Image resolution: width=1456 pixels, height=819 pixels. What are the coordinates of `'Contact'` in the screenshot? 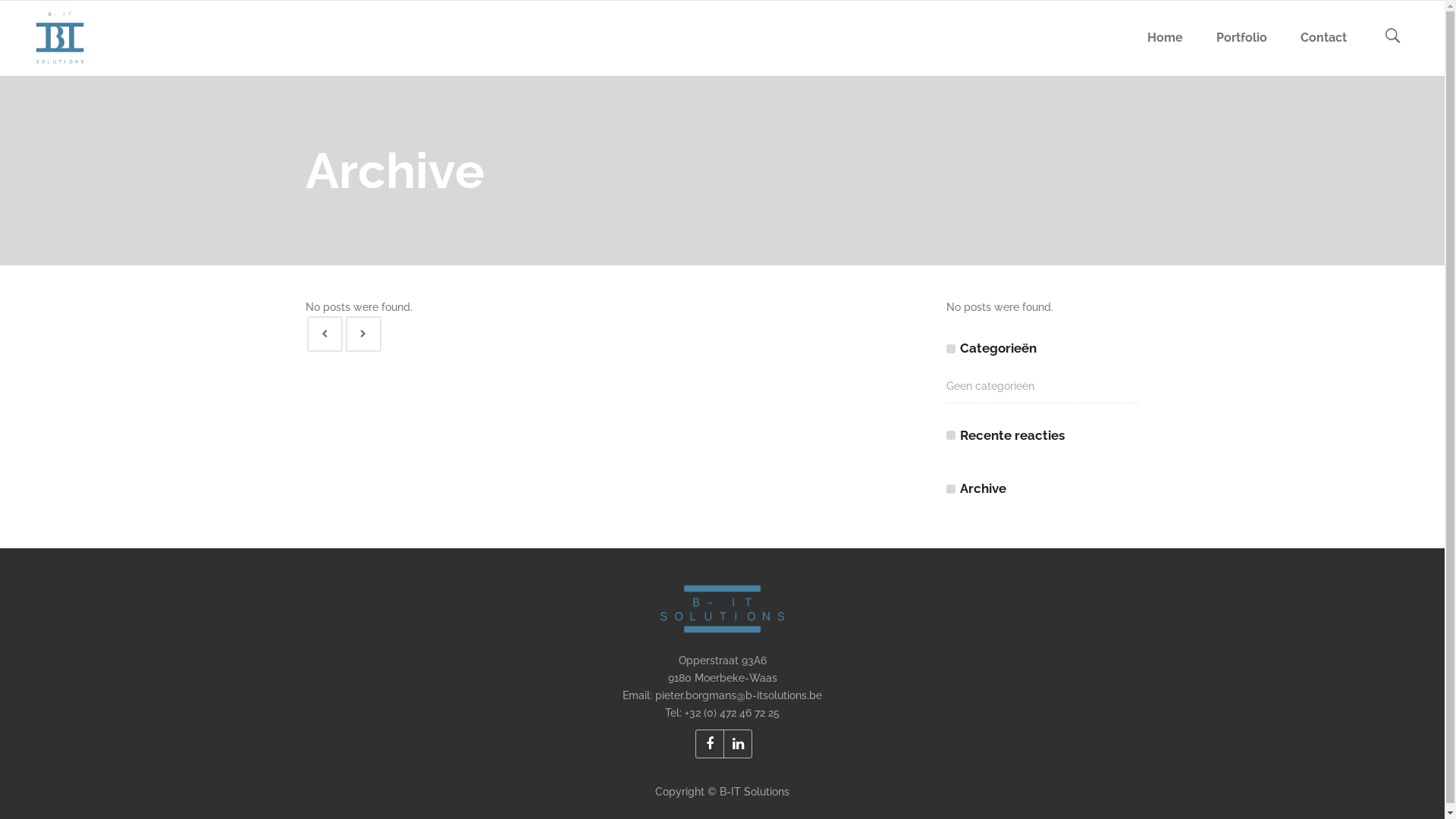 It's located at (1323, 37).